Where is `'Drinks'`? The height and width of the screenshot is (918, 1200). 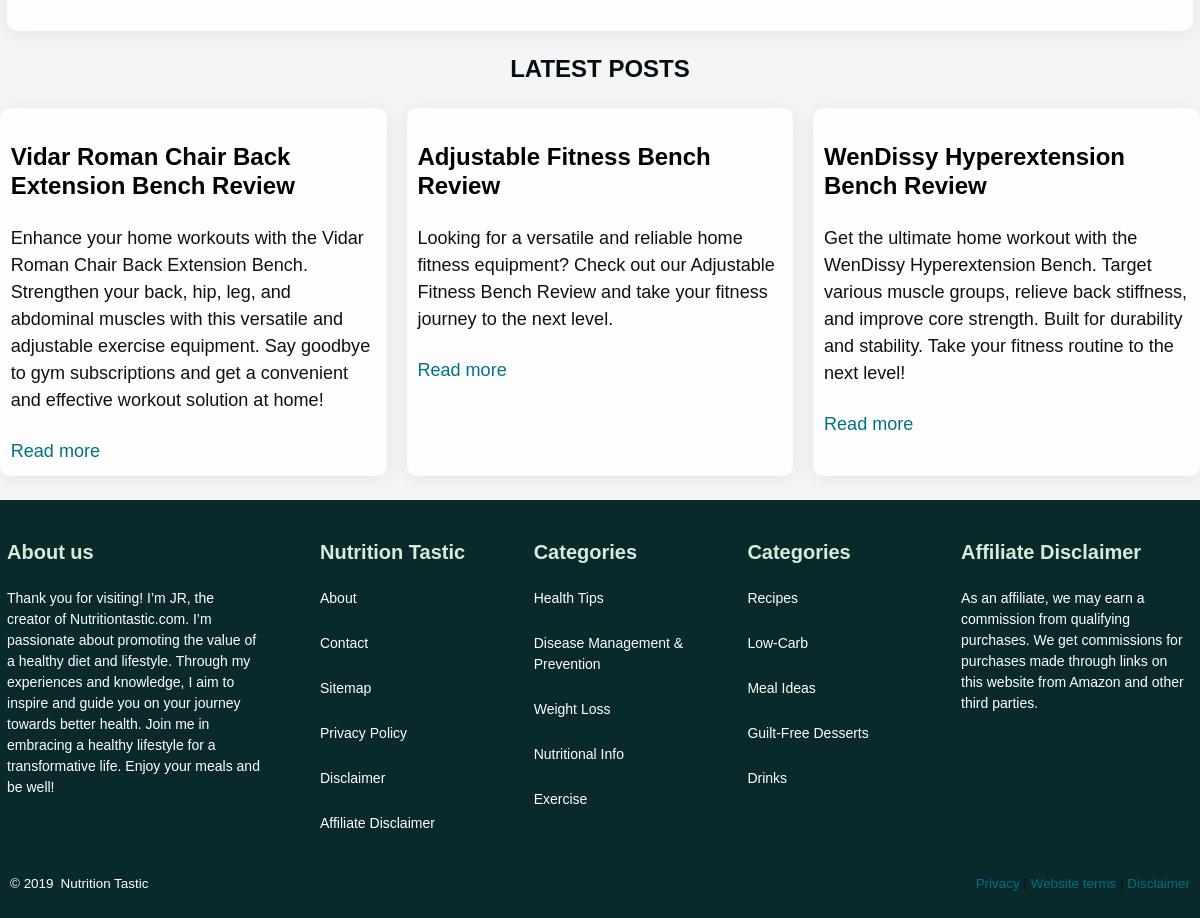
'Drinks' is located at coordinates (766, 778).